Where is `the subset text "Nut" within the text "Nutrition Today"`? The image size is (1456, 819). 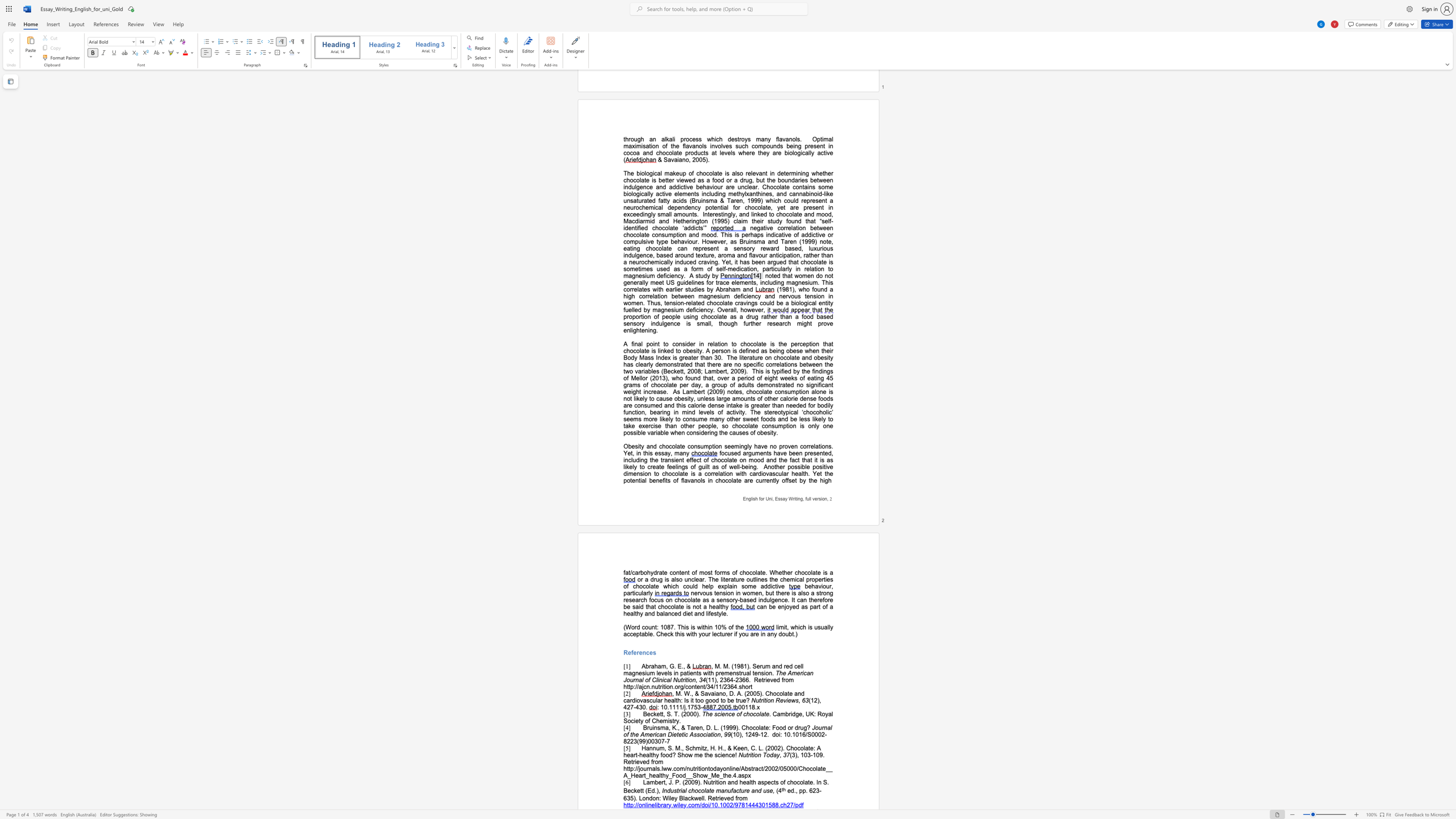
the subset text "Nut" within the text "Nutrition Today" is located at coordinates (738, 754).